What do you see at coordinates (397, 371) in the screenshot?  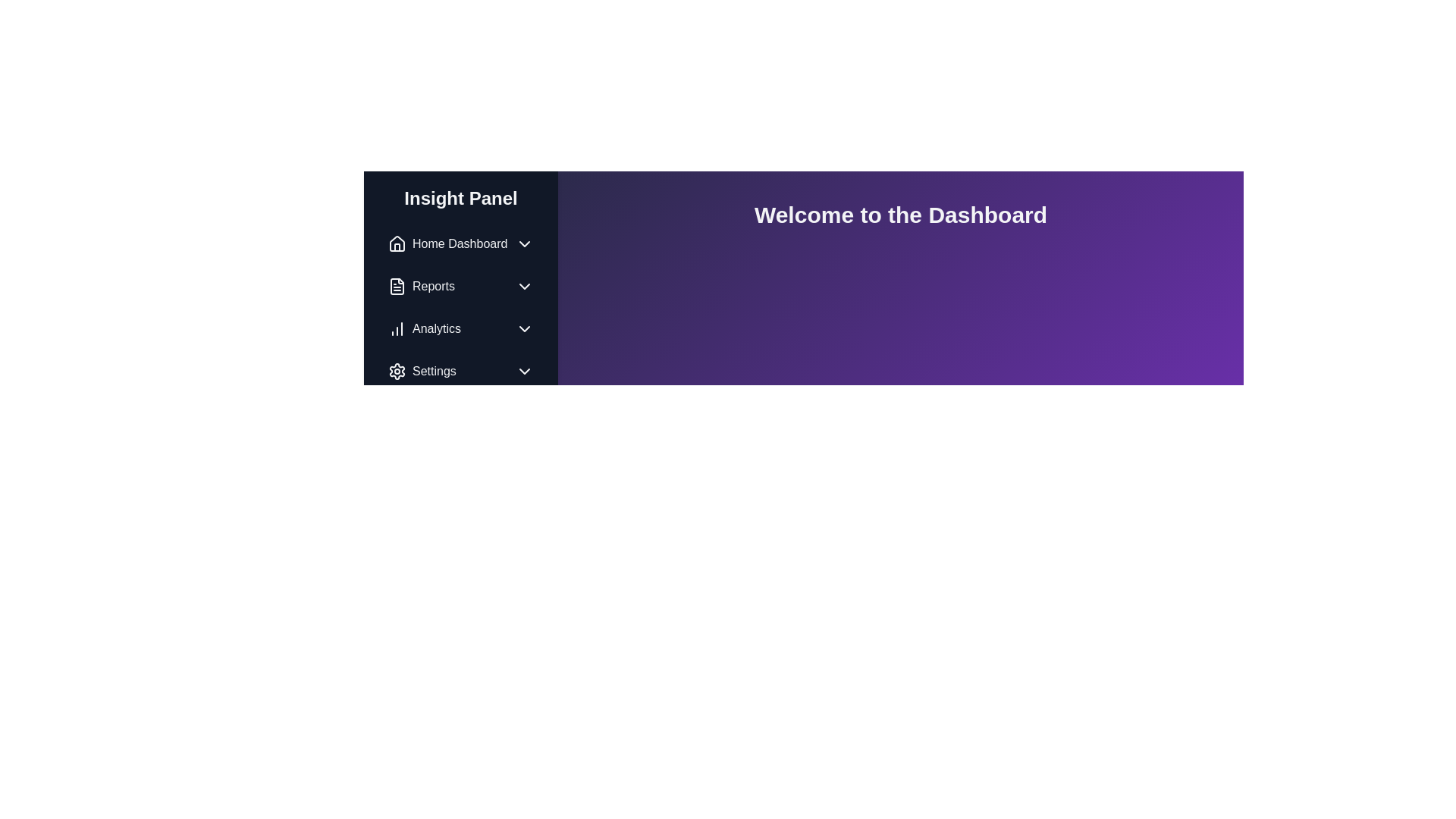 I see `the gear icon representing settings, which is located in the sidebar to the left of the 'Settings' label` at bounding box center [397, 371].